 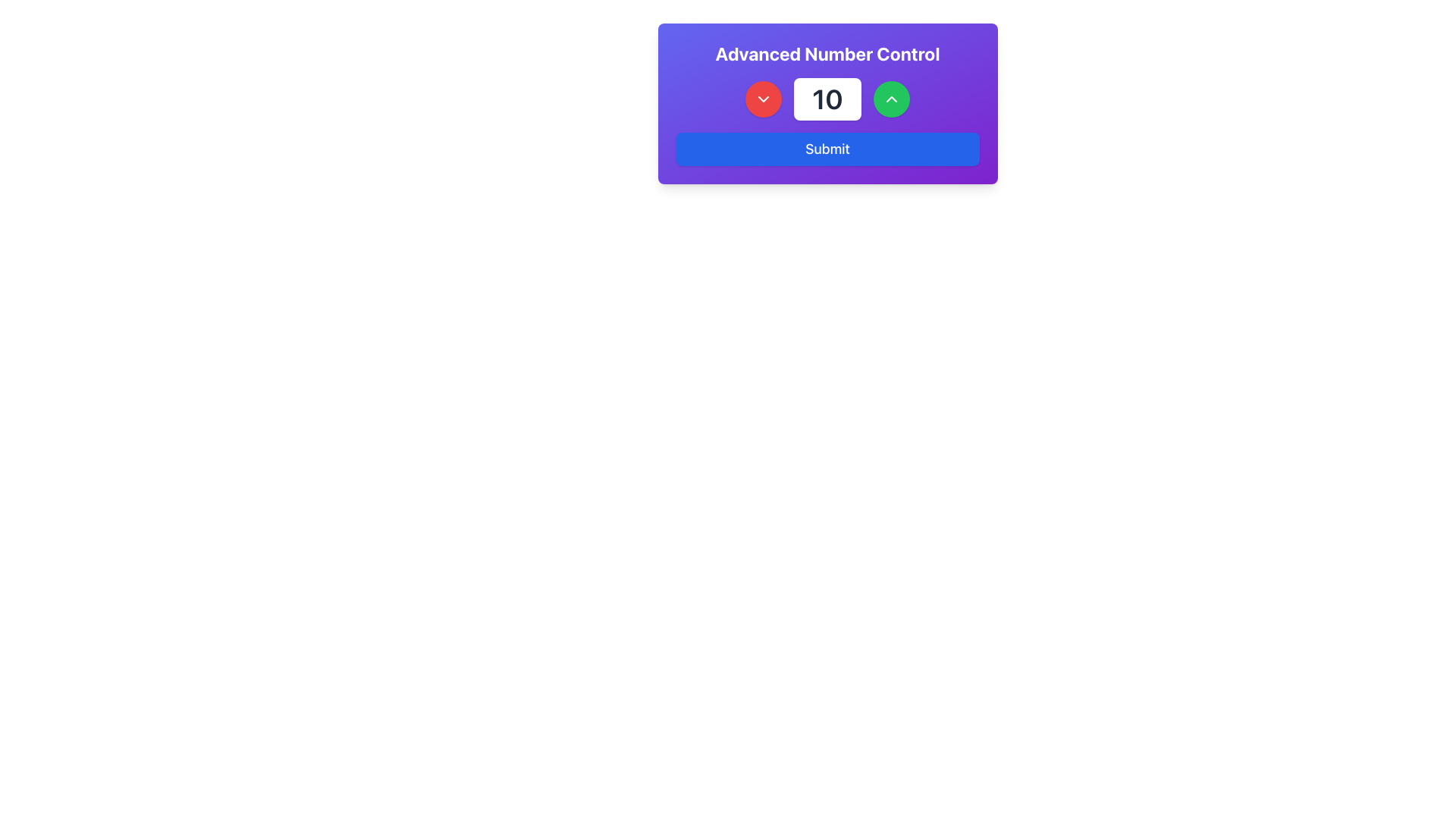 What do you see at coordinates (891, 99) in the screenshot?
I see `the increment control circular button located on the right side of the number input field` at bounding box center [891, 99].